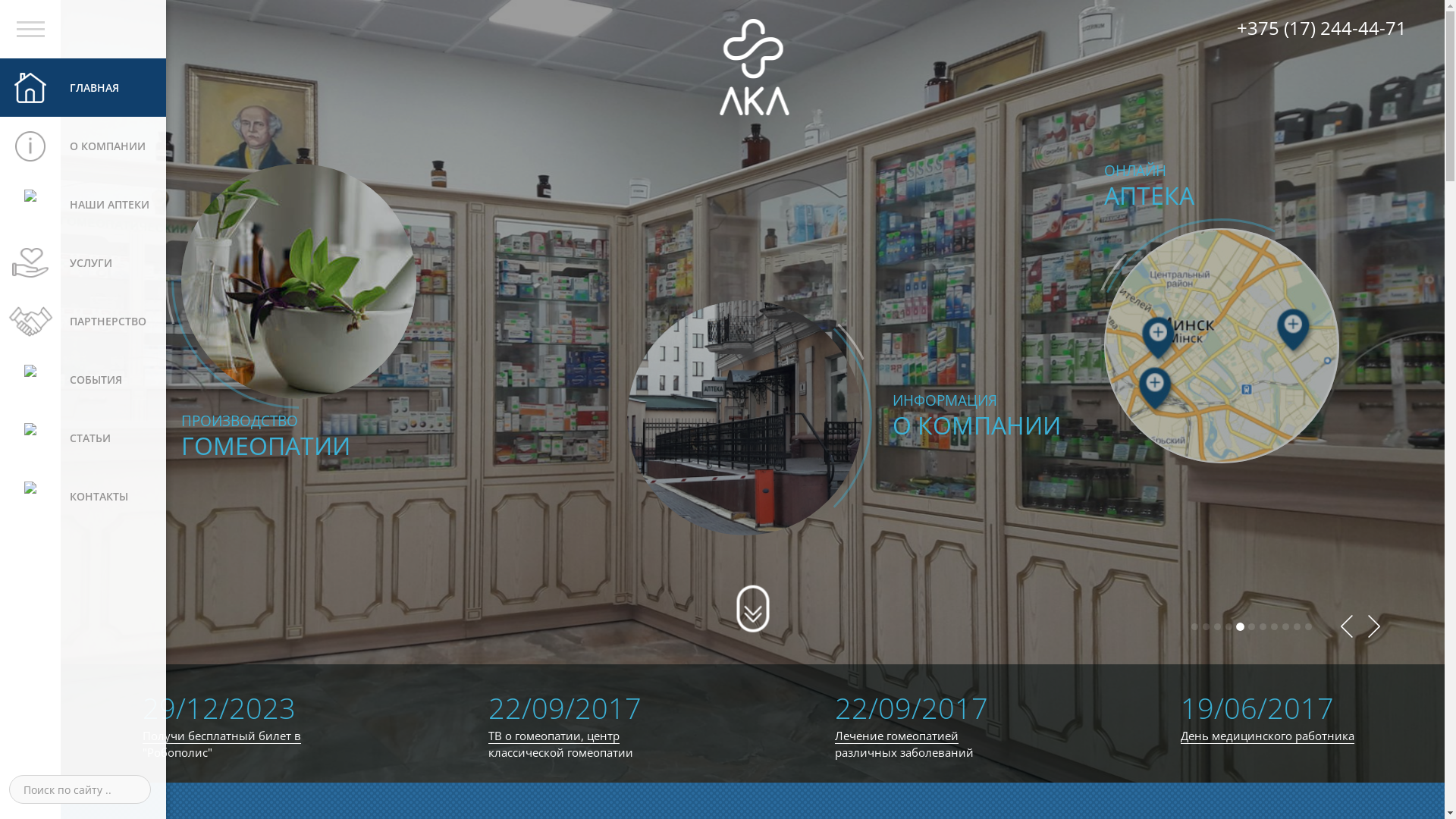 The height and width of the screenshot is (819, 1456). What do you see at coordinates (1274, 626) in the screenshot?
I see `'8'` at bounding box center [1274, 626].